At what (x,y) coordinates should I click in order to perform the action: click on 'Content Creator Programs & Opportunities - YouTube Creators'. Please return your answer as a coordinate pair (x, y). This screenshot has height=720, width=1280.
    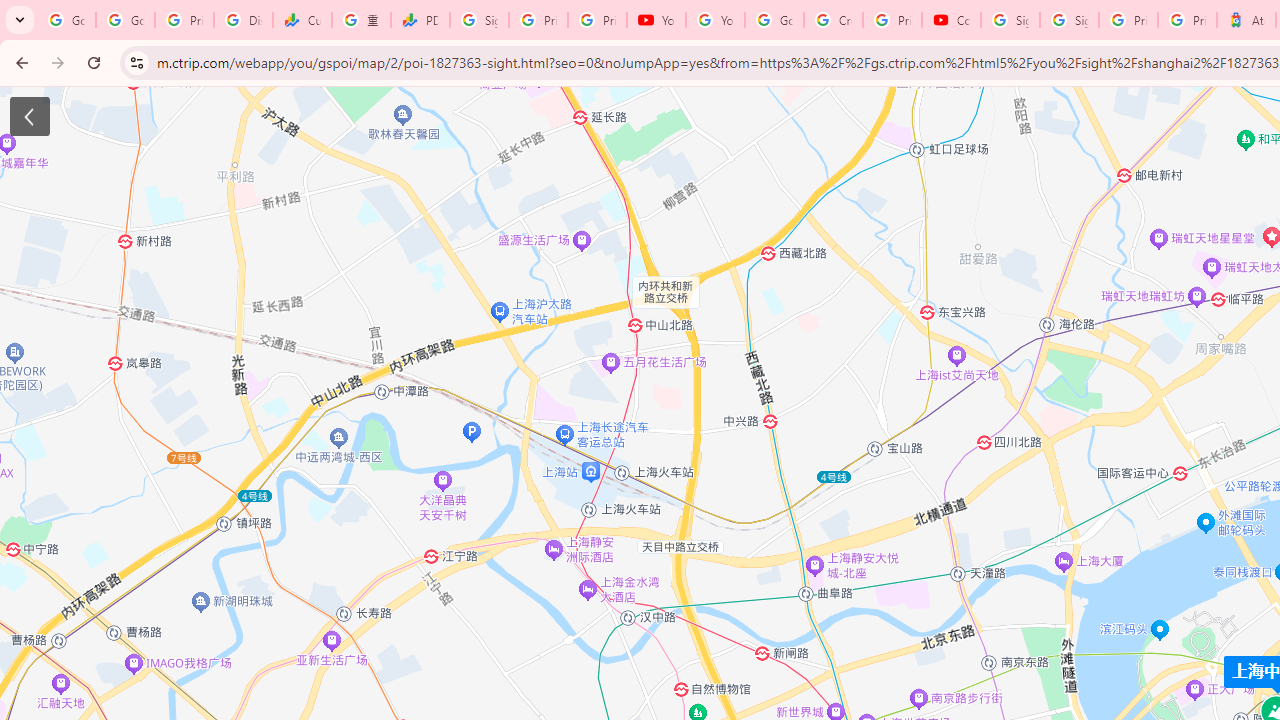
    Looking at the image, I should click on (950, 20).